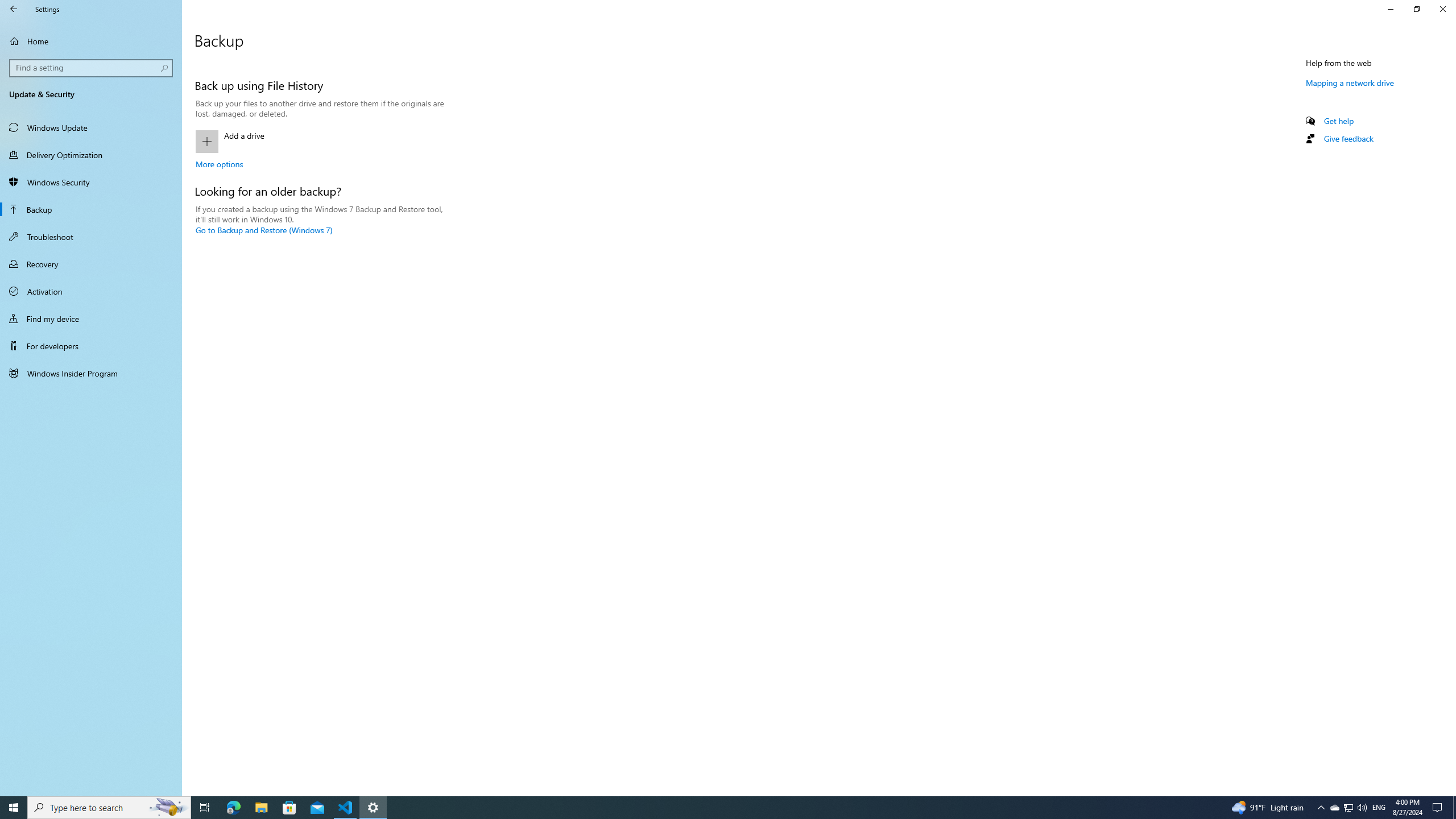 This screenshot has height=819, width=1456. I want to click on 'Visual Studio Code - 1 running window', so click(345, 806).